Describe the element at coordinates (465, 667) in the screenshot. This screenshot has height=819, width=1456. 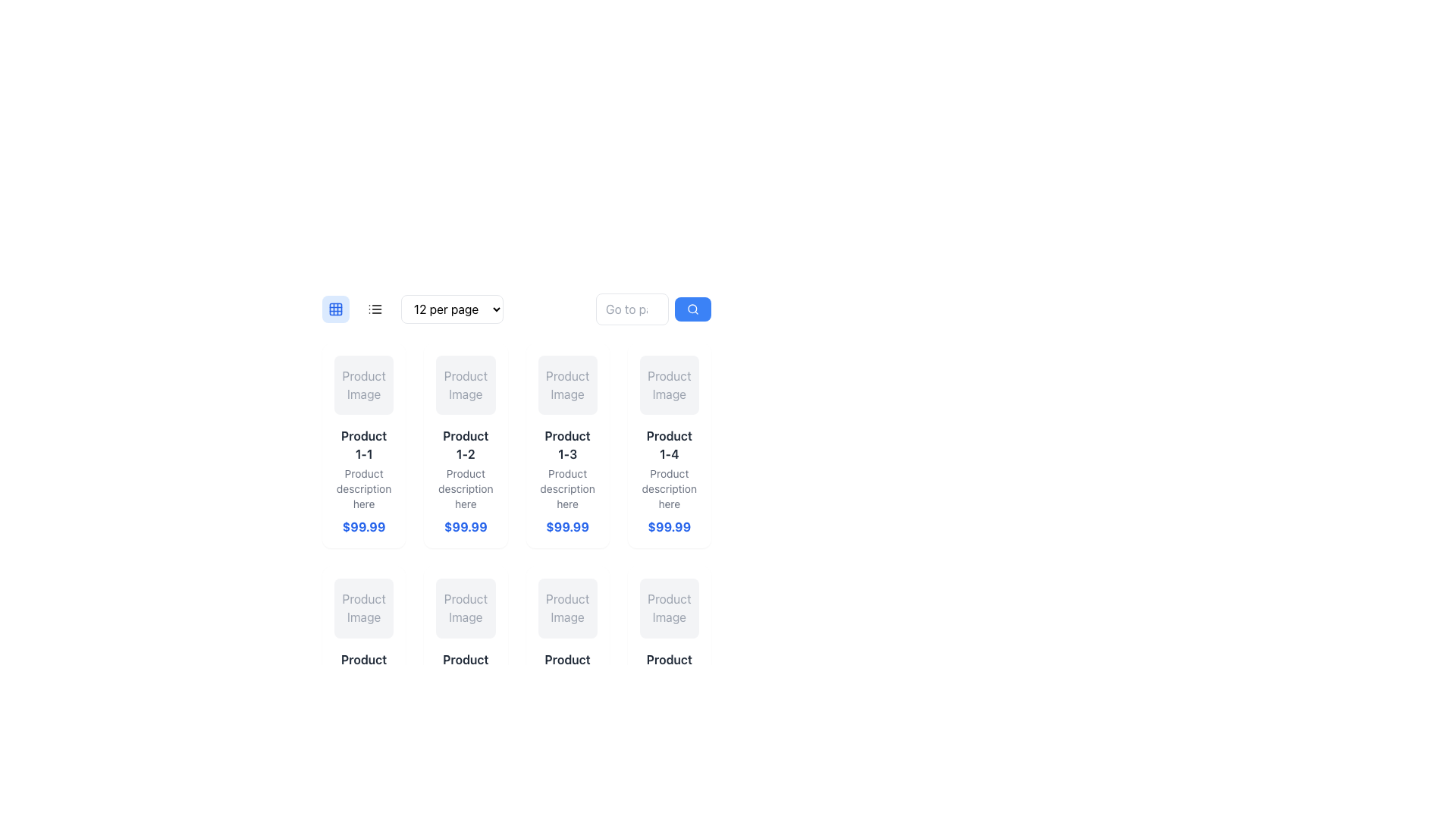
I see `the content of the text label displaying the name or identifier for the product on the second card in the second row from the left` at that location.